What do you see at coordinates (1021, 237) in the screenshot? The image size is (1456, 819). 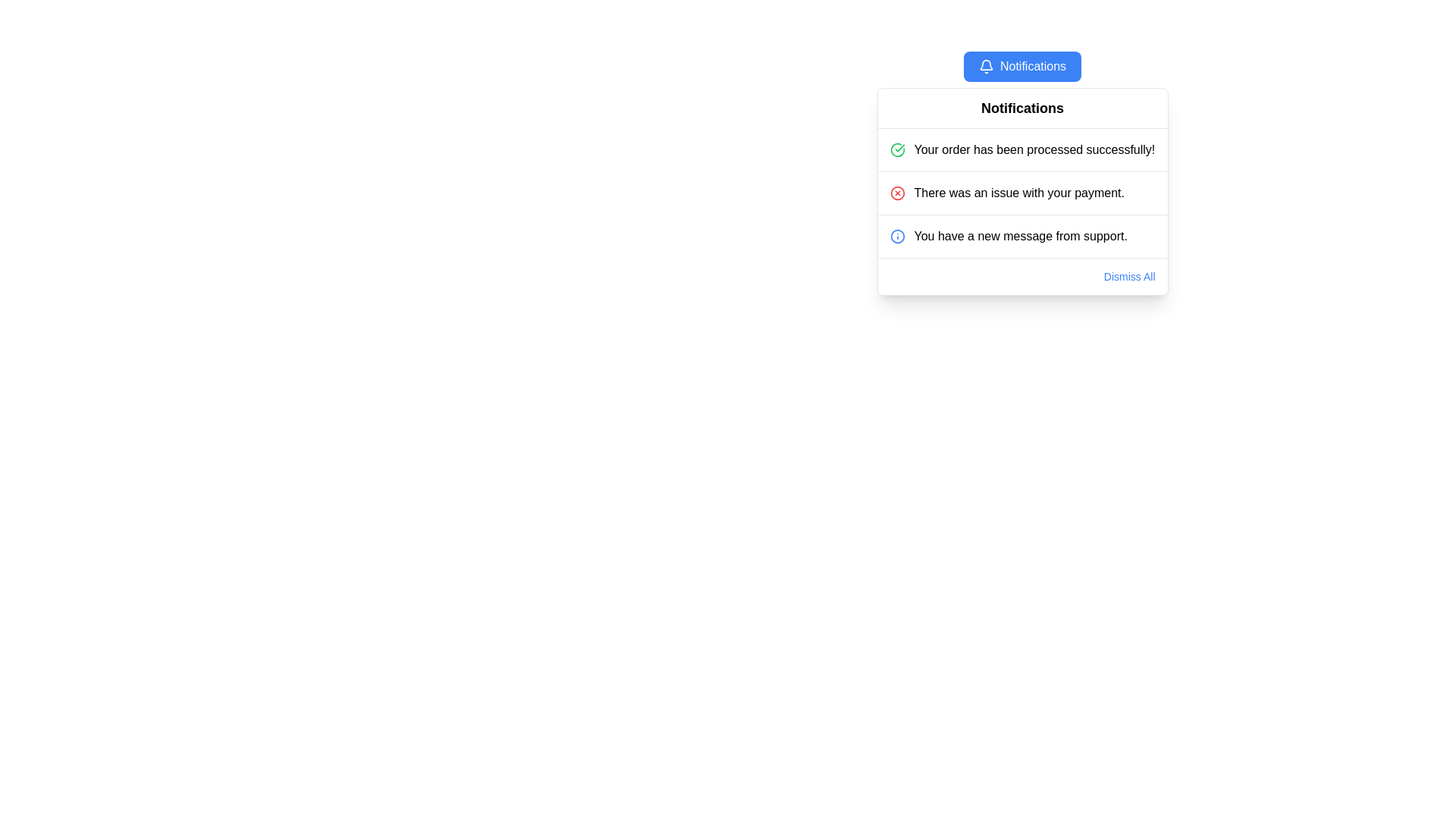 I see `text content of the notification label that states 'You have a new message from support.' located in the bottom row of notifications` at bounding box center [1021, 237].